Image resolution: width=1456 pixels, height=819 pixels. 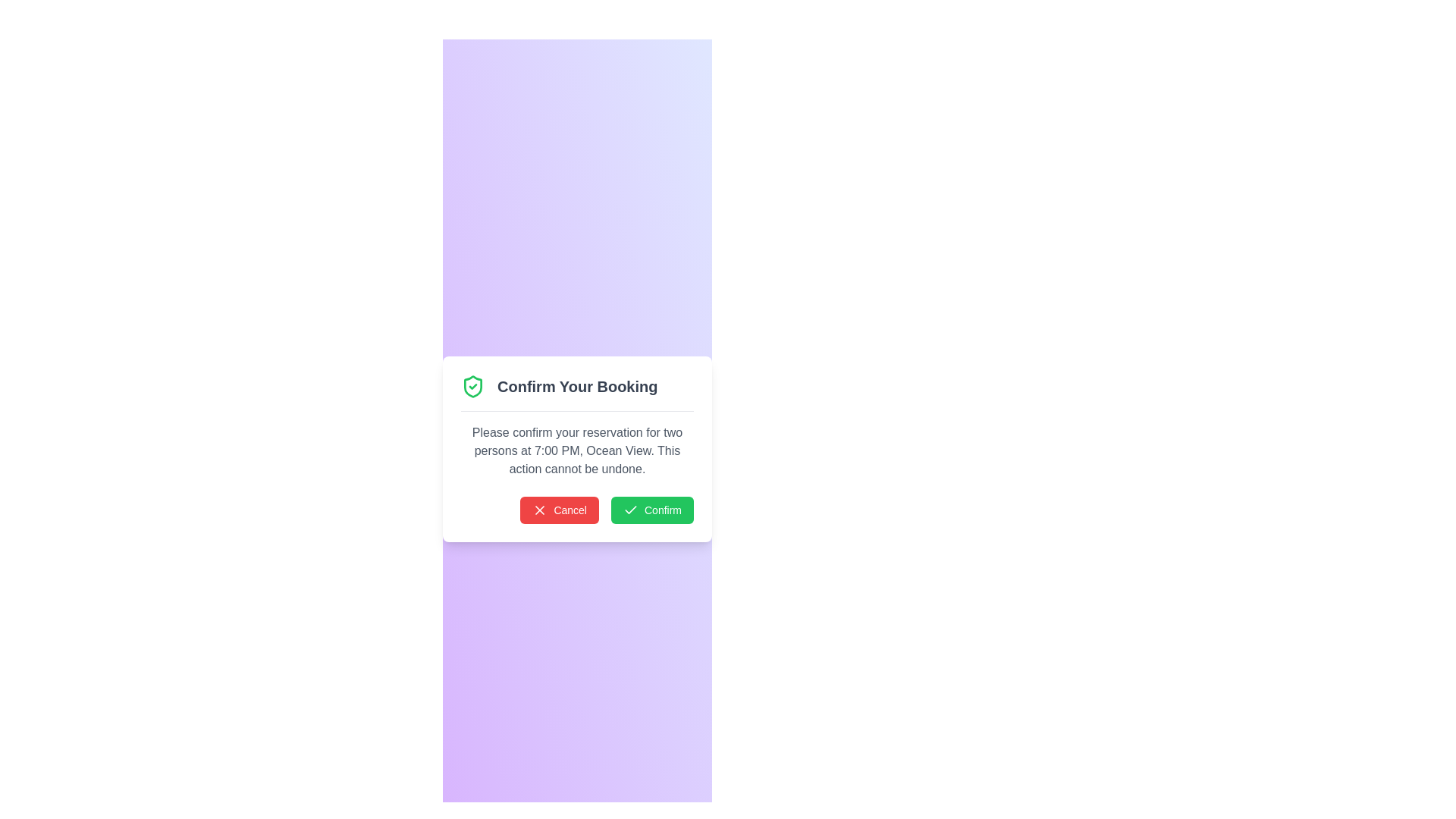 What do you see at coordinates (576, 450) in the screenshot?
I see `text label providing the reservation confirmation message located below the 'Confirm Your Booking' header in the centered modal` at bounding box center [576, 450].